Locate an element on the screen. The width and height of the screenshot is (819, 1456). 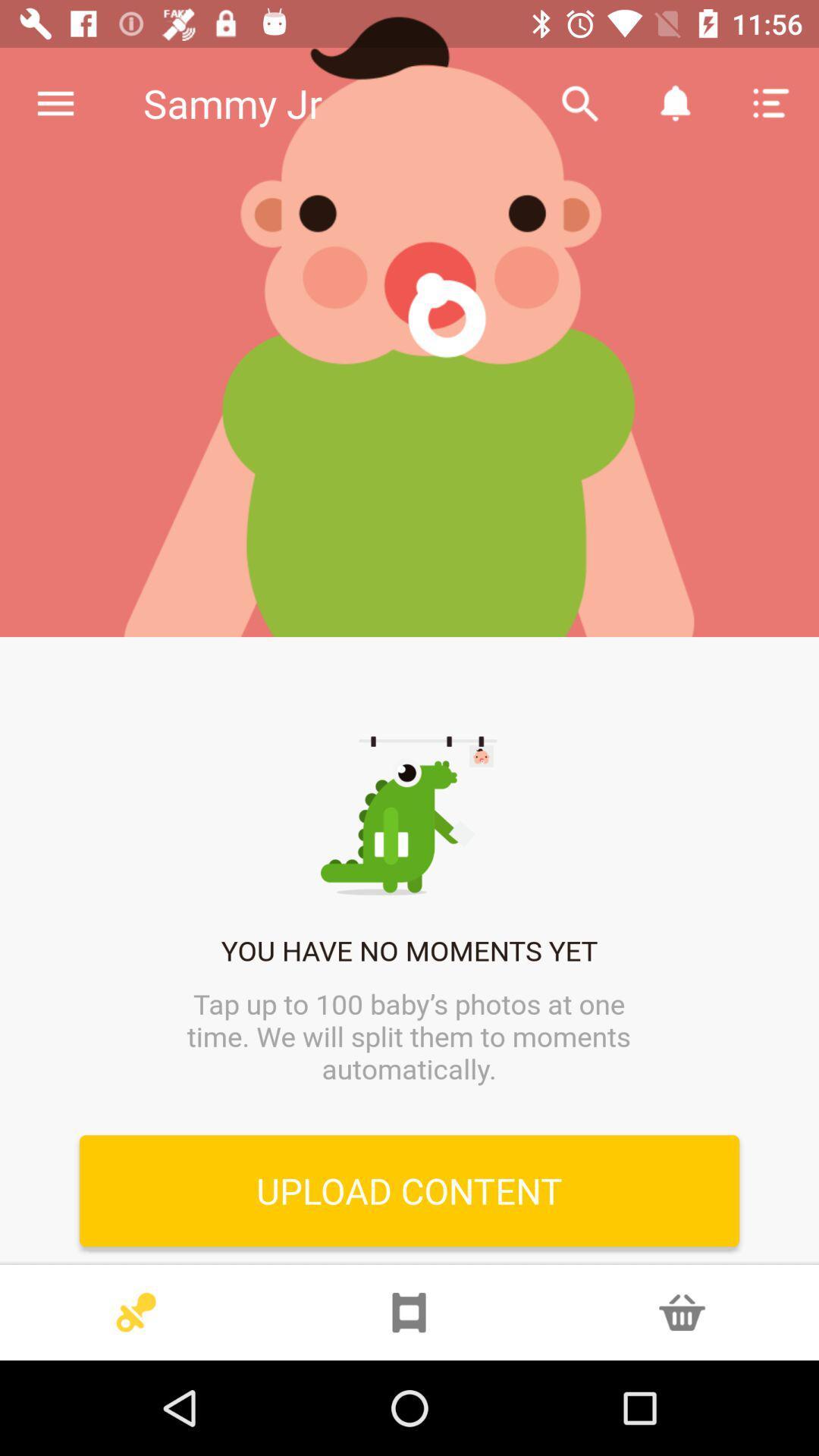
the delete icon is located at coordinates (681, 1312).